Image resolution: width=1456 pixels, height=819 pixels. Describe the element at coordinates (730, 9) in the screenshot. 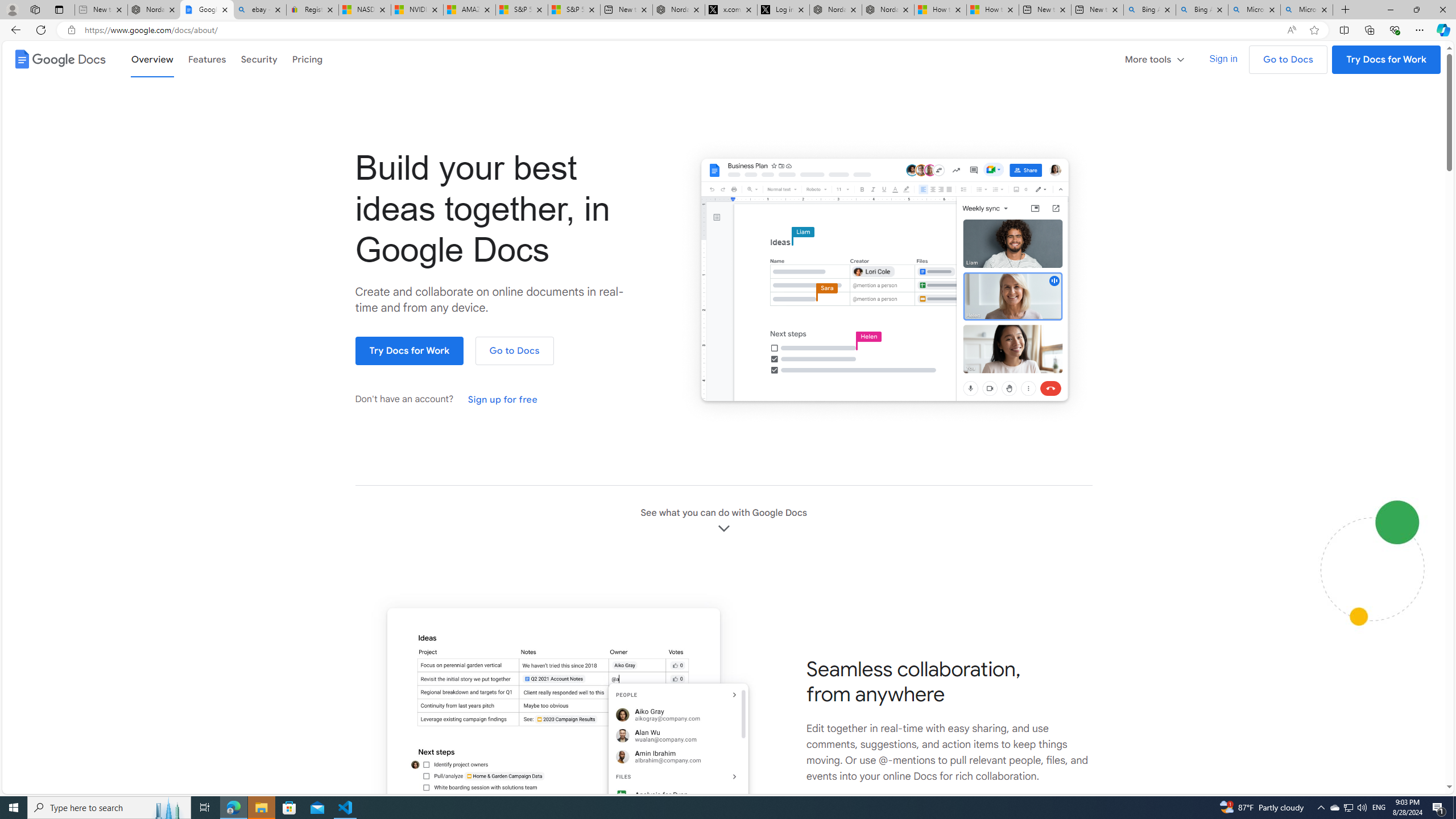

I see `'x.com/NordaceOfficial'` at that location.